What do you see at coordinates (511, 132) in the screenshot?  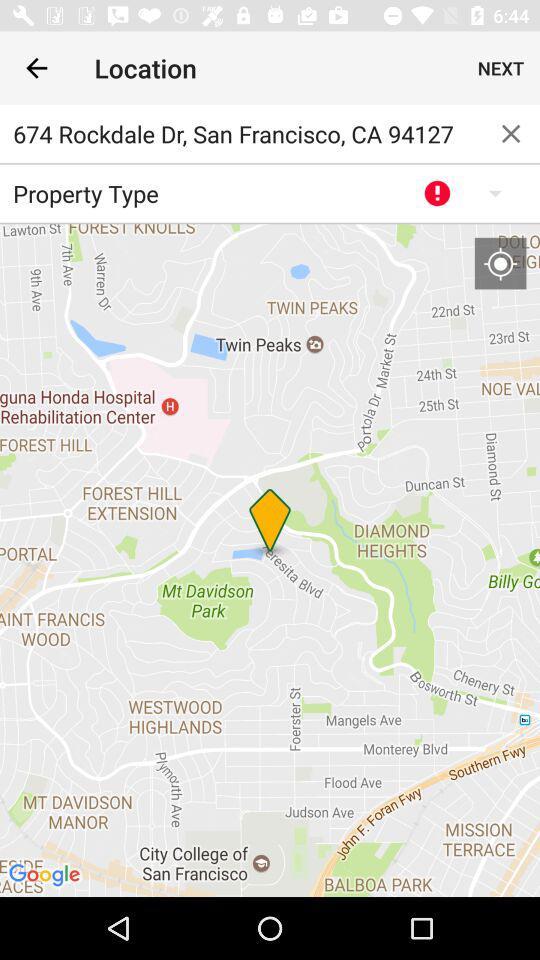 I see `the icon below next item` at bounding box center [511, 132].